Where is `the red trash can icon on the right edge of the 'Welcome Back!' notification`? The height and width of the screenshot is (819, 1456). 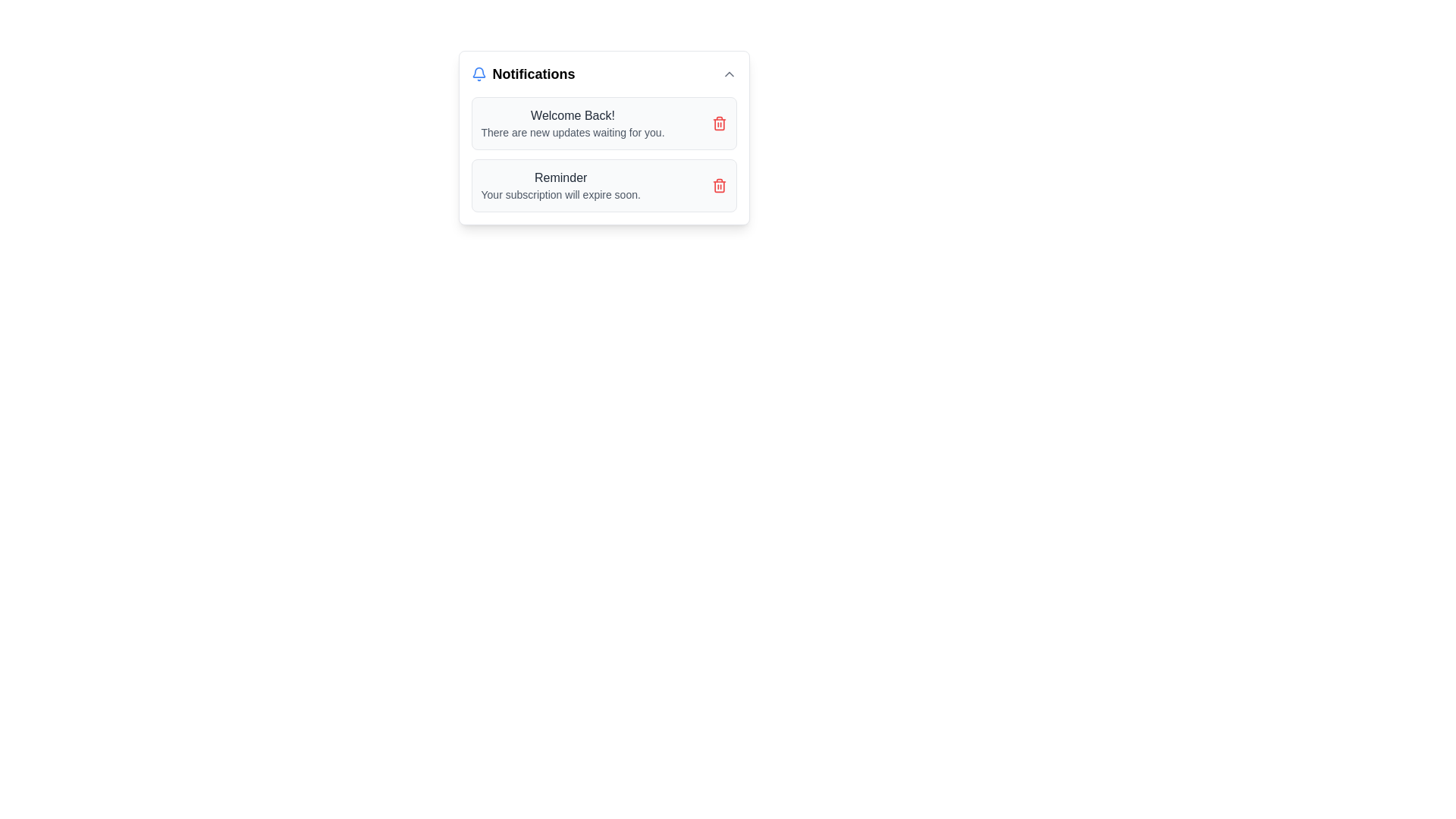
the red trash can icon on the right edge of the 'Welcome Back!' notification is located at coordinates (718, 122).